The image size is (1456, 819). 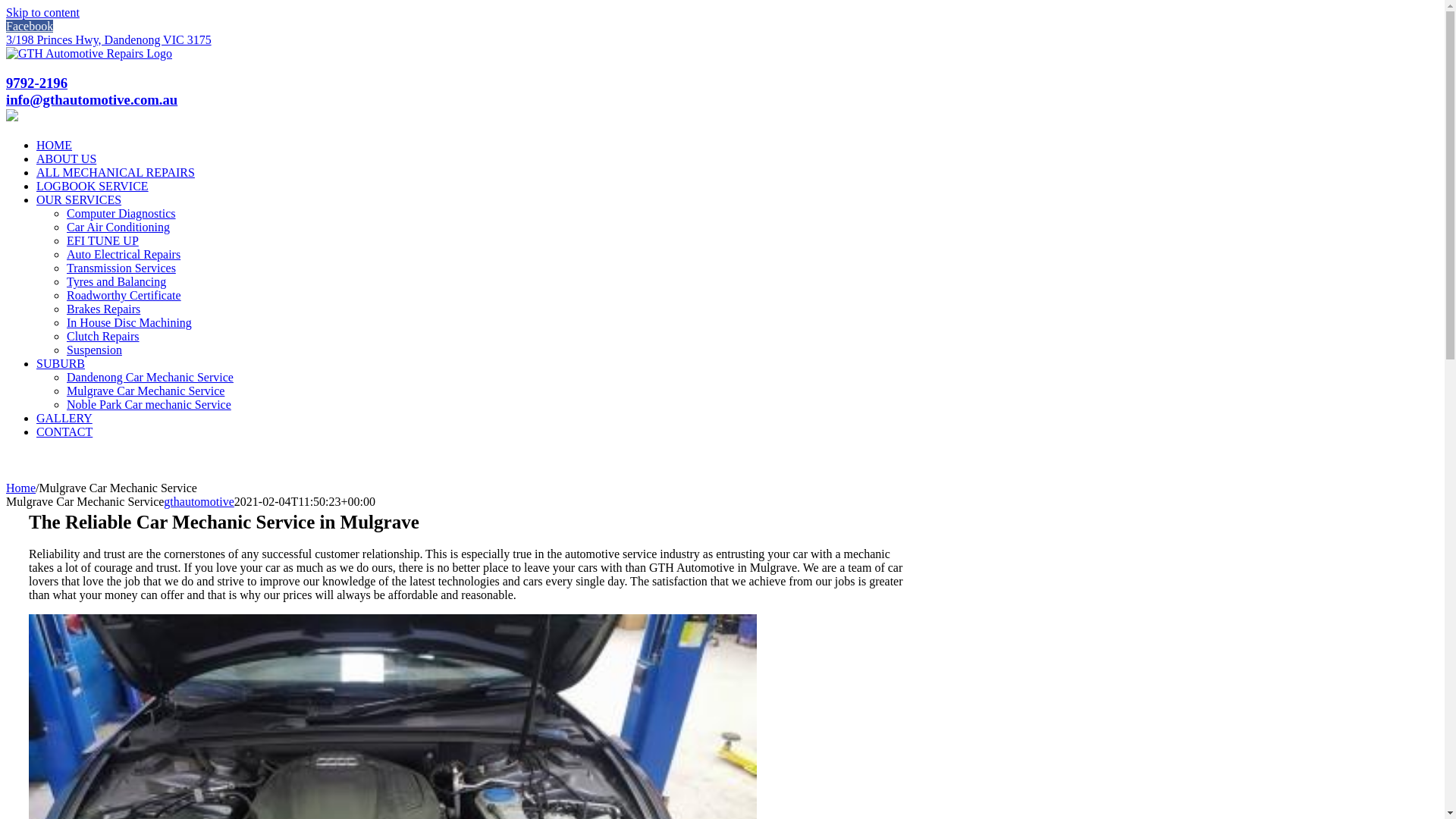 What do you see at coordinates (54, 145) in the screenshot?
I see `'HOME'` at bounding box center [54, 145].